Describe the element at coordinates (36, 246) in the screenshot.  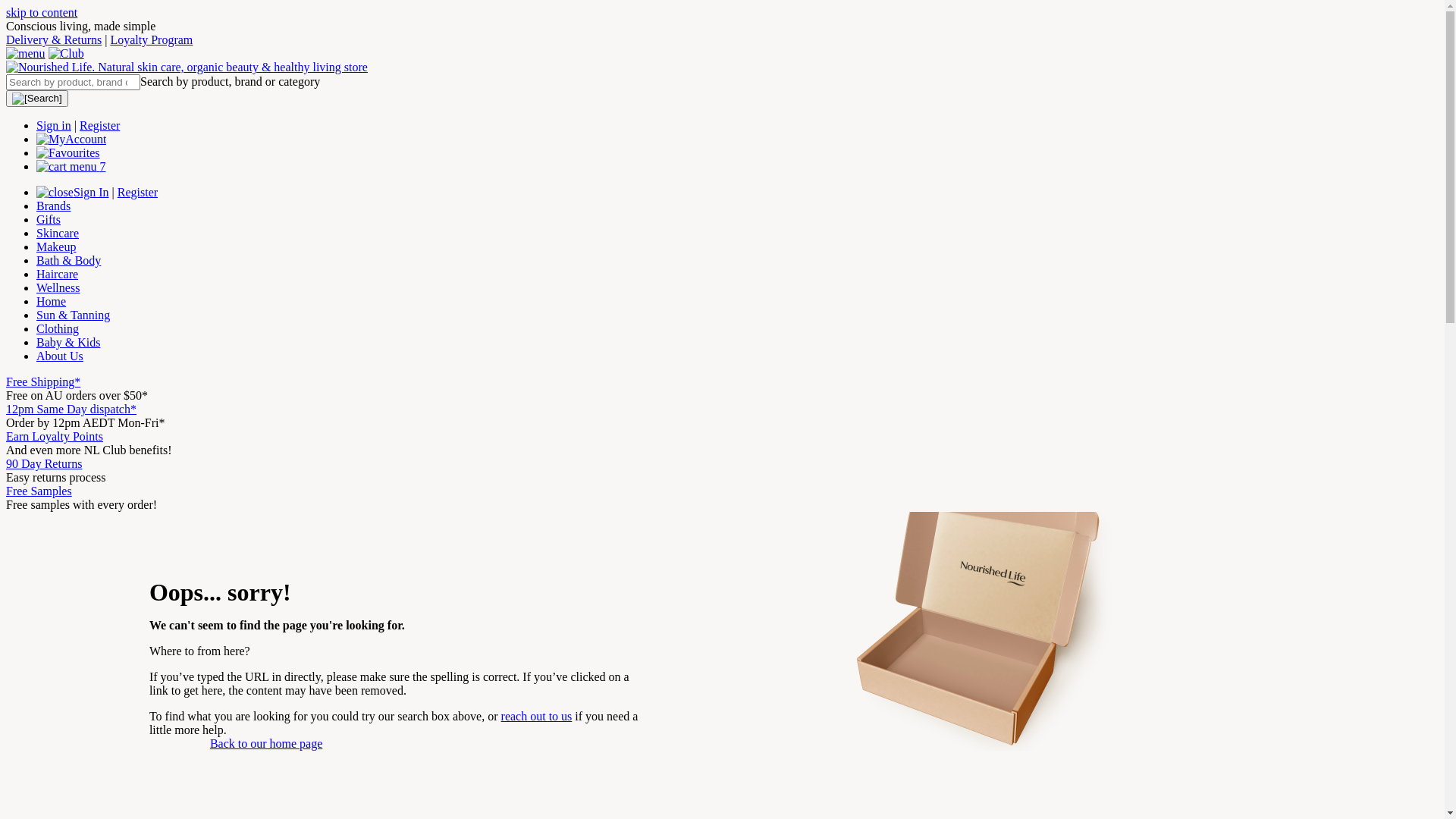
I see `'Makeup'` at that location.